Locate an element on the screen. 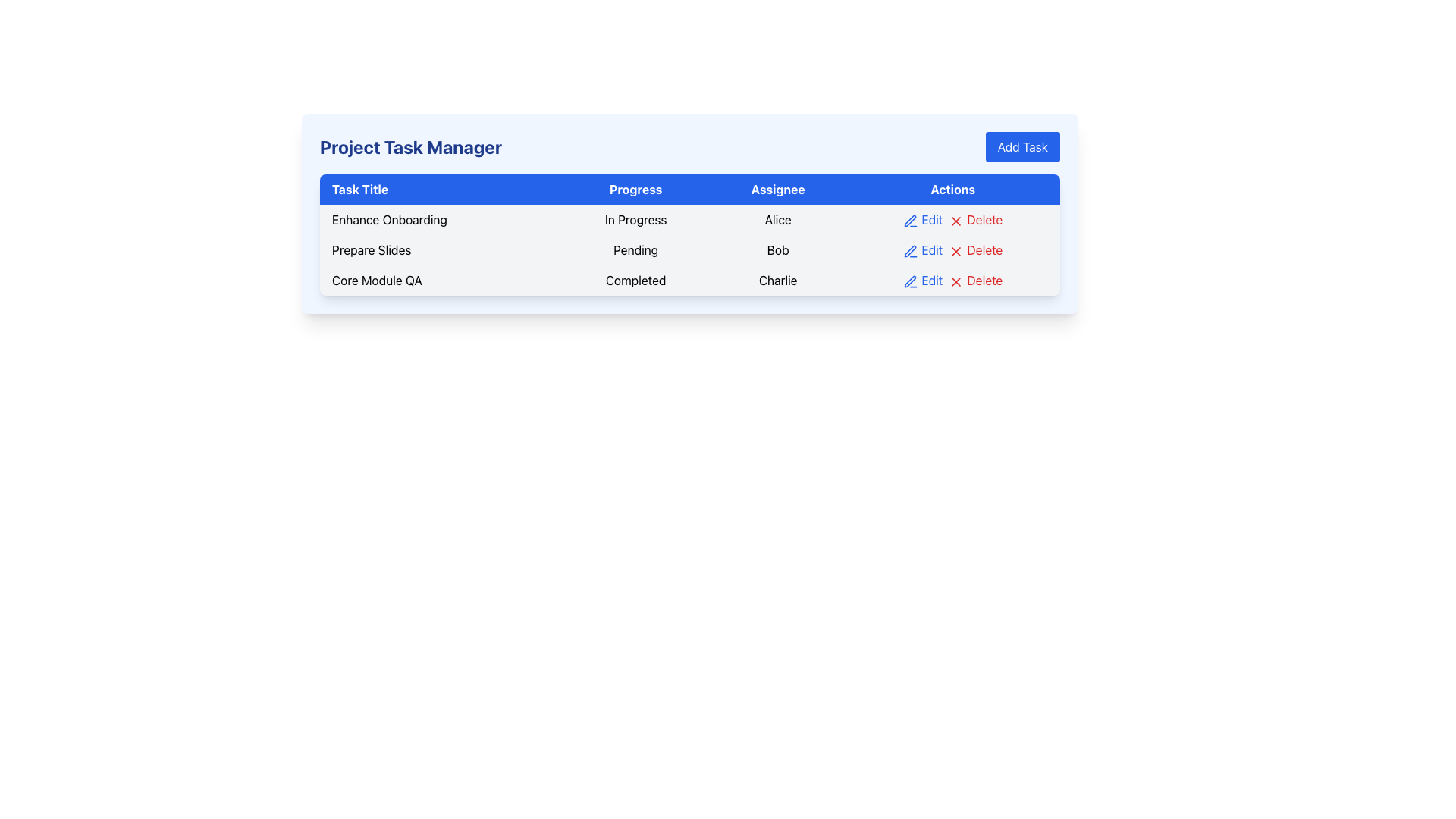 The height and width of the screenshot is (819, 1456). the second 'Delete' icon in the Actions column is located at coordinates (955, 250).